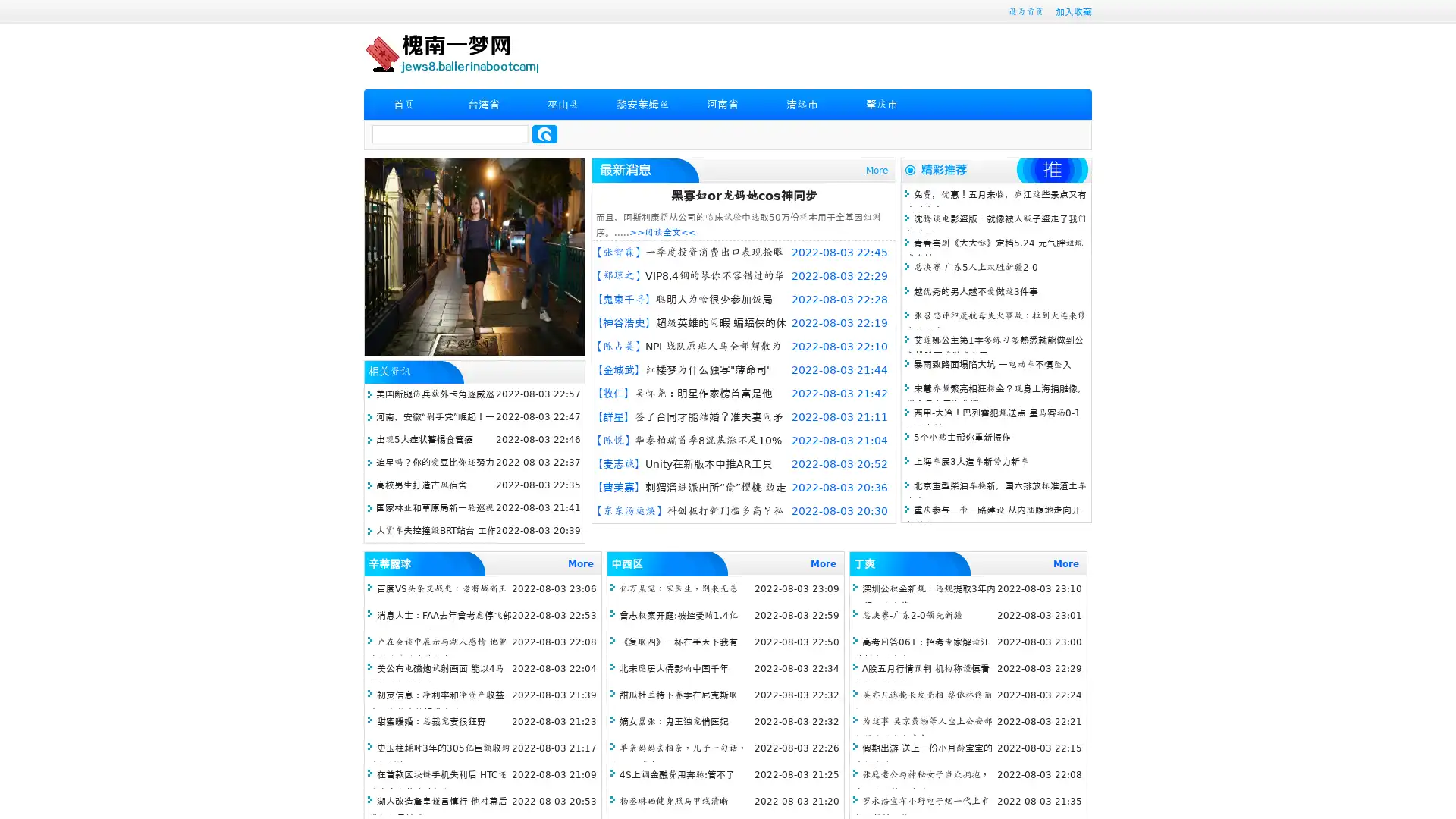  What do you see at coordinates (544, 133) in the screenshot?
I see `Search` at bounding box center [544, 133].